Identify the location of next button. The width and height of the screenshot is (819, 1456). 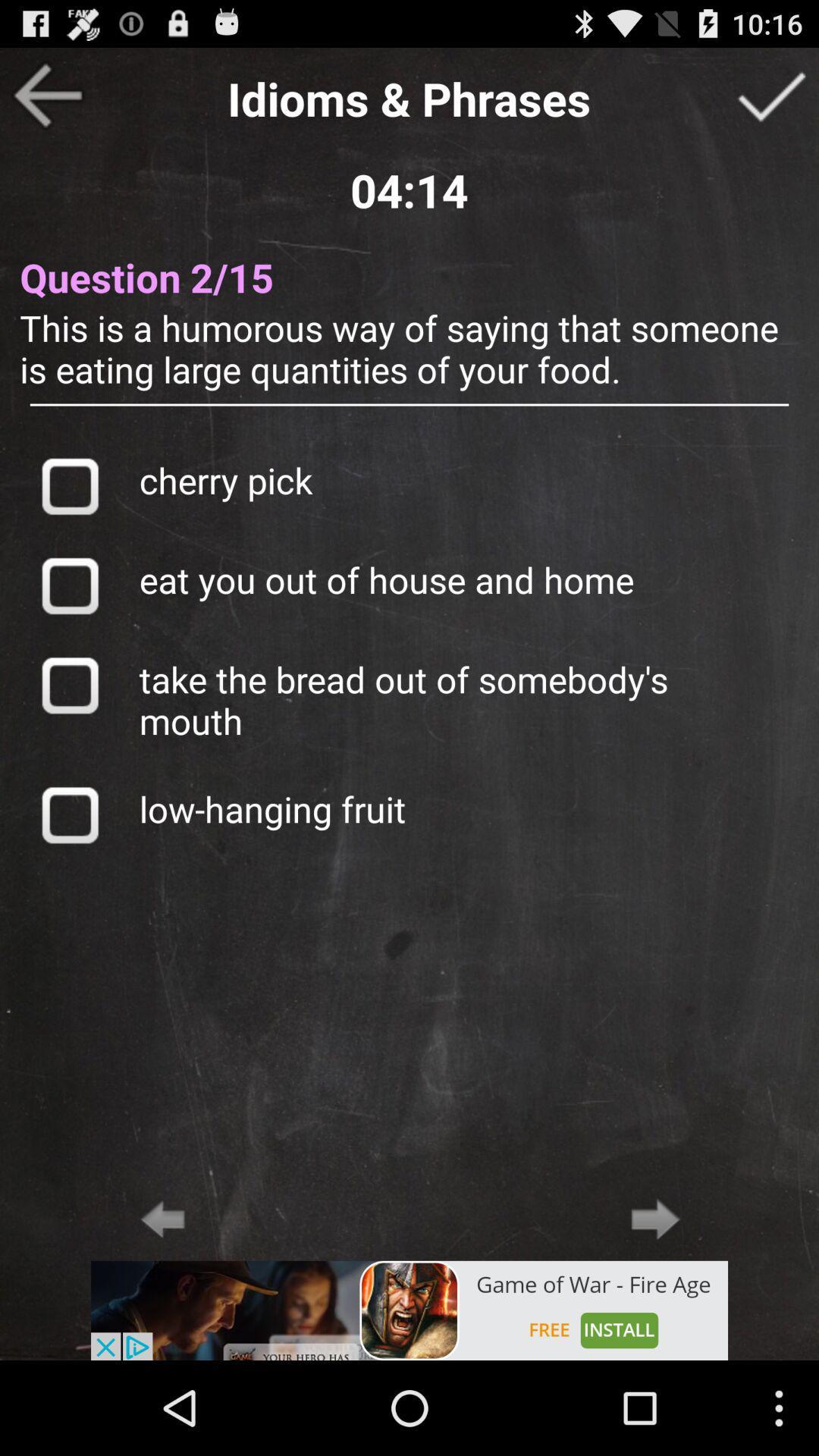
(655, 1219).